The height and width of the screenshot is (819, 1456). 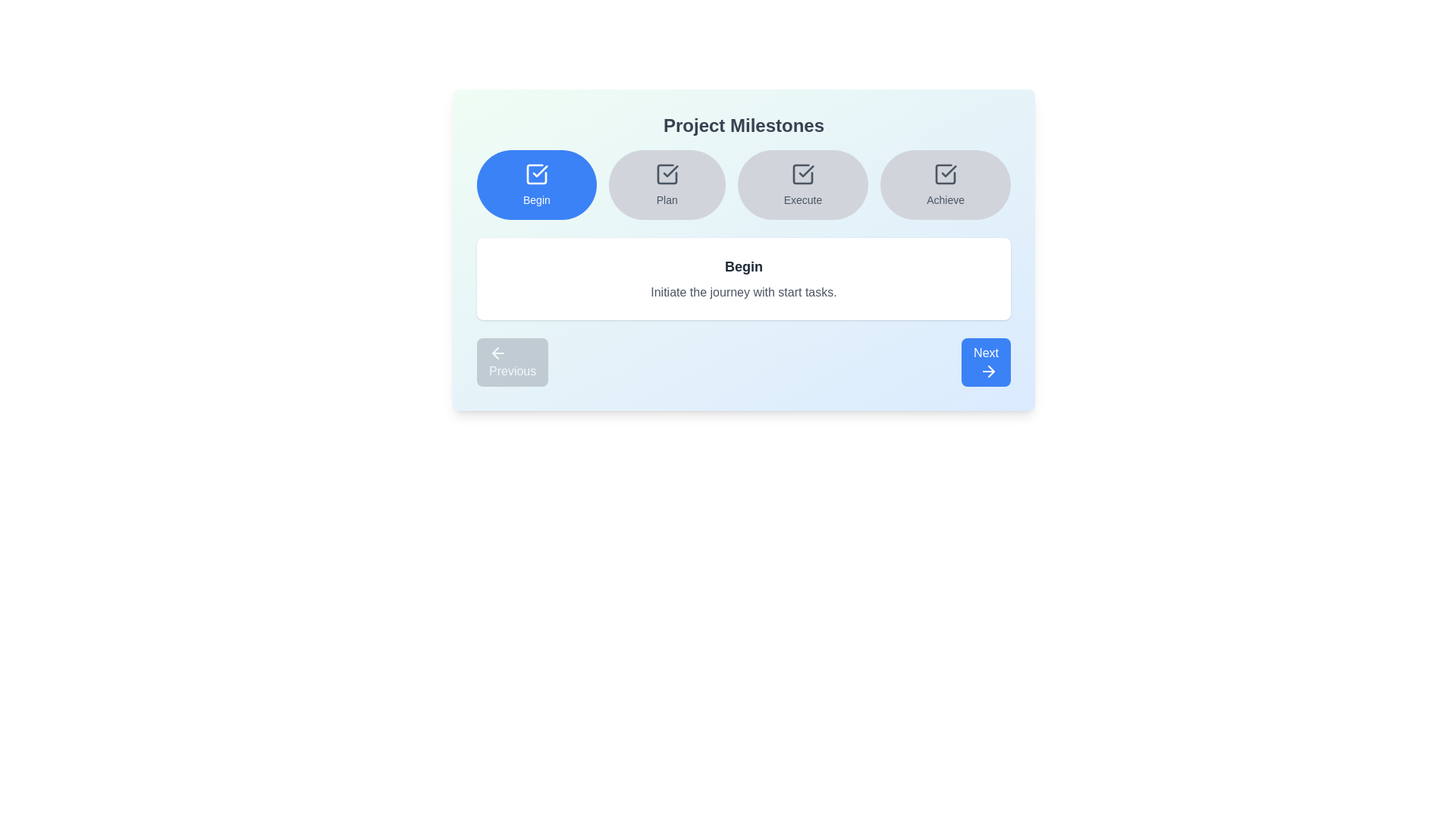 I want to click on the checkmark icon contained within the bright blue circular button labeled 'Begin', so click(x=536, y=174).